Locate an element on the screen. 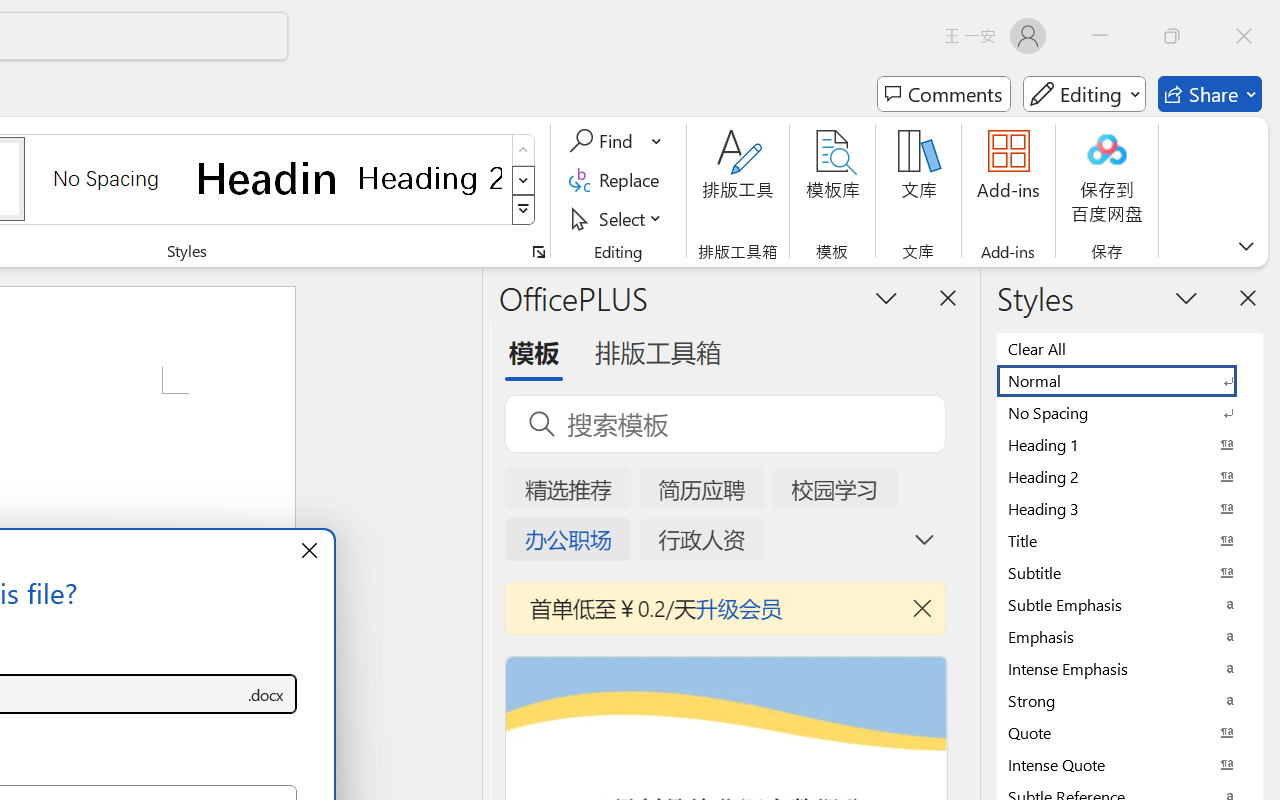 This screenshot has width=1280, height=800. 'Normal' is located at coordinates (1130, 379).